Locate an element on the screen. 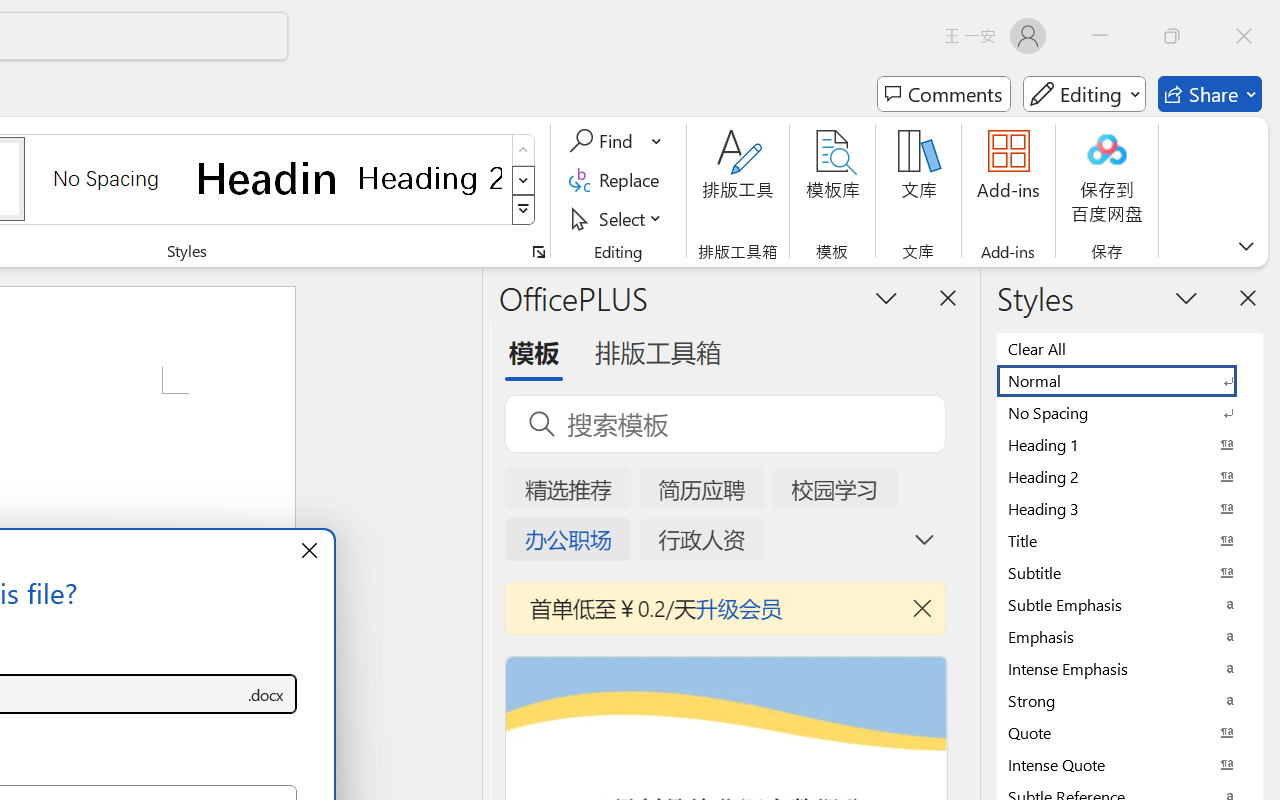 This screenshot has width=1280, height=800. 'Normal' is located at coordinates (1130, 379).